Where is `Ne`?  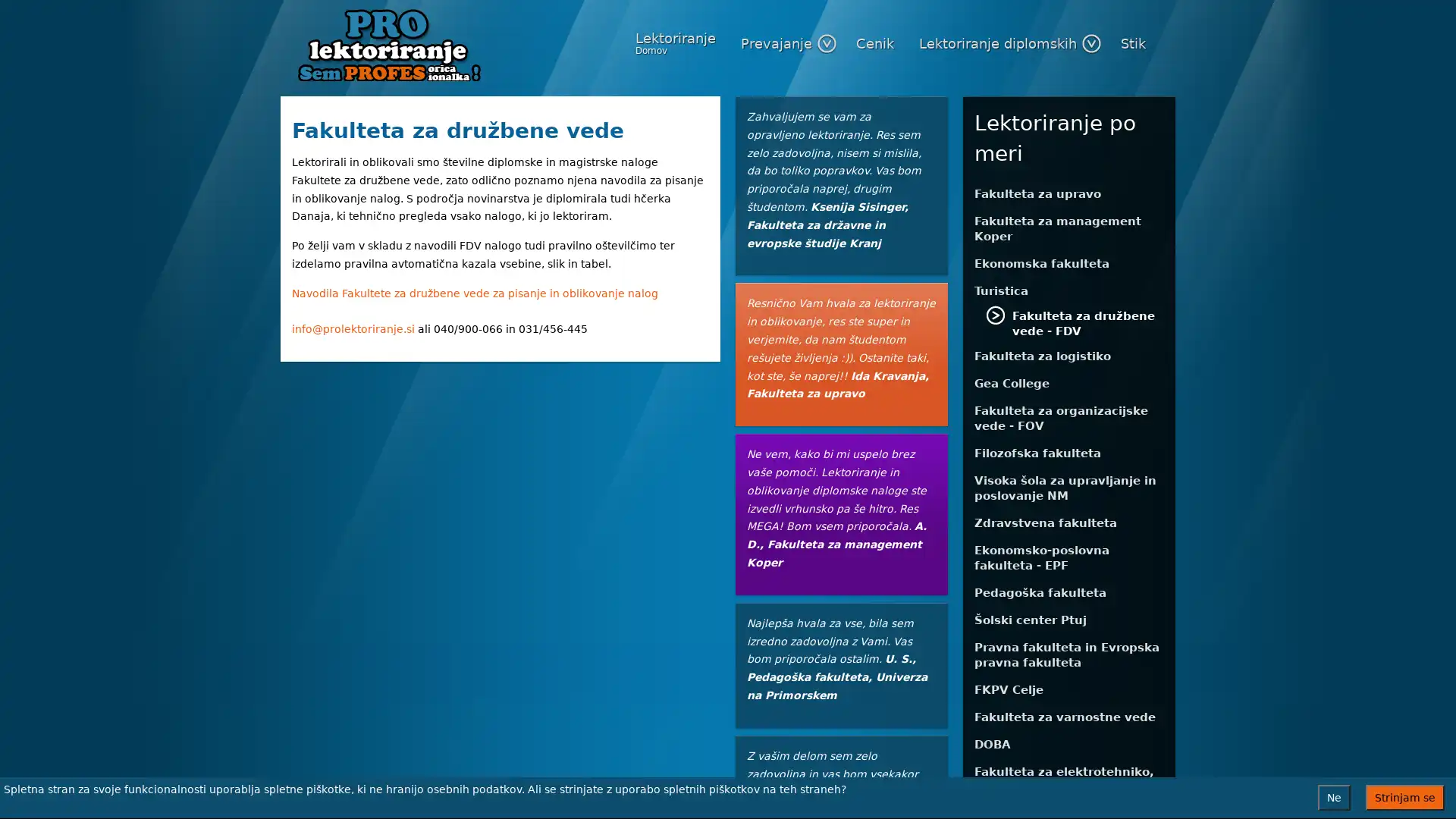 Ne is located at coordinates (1333, 797).